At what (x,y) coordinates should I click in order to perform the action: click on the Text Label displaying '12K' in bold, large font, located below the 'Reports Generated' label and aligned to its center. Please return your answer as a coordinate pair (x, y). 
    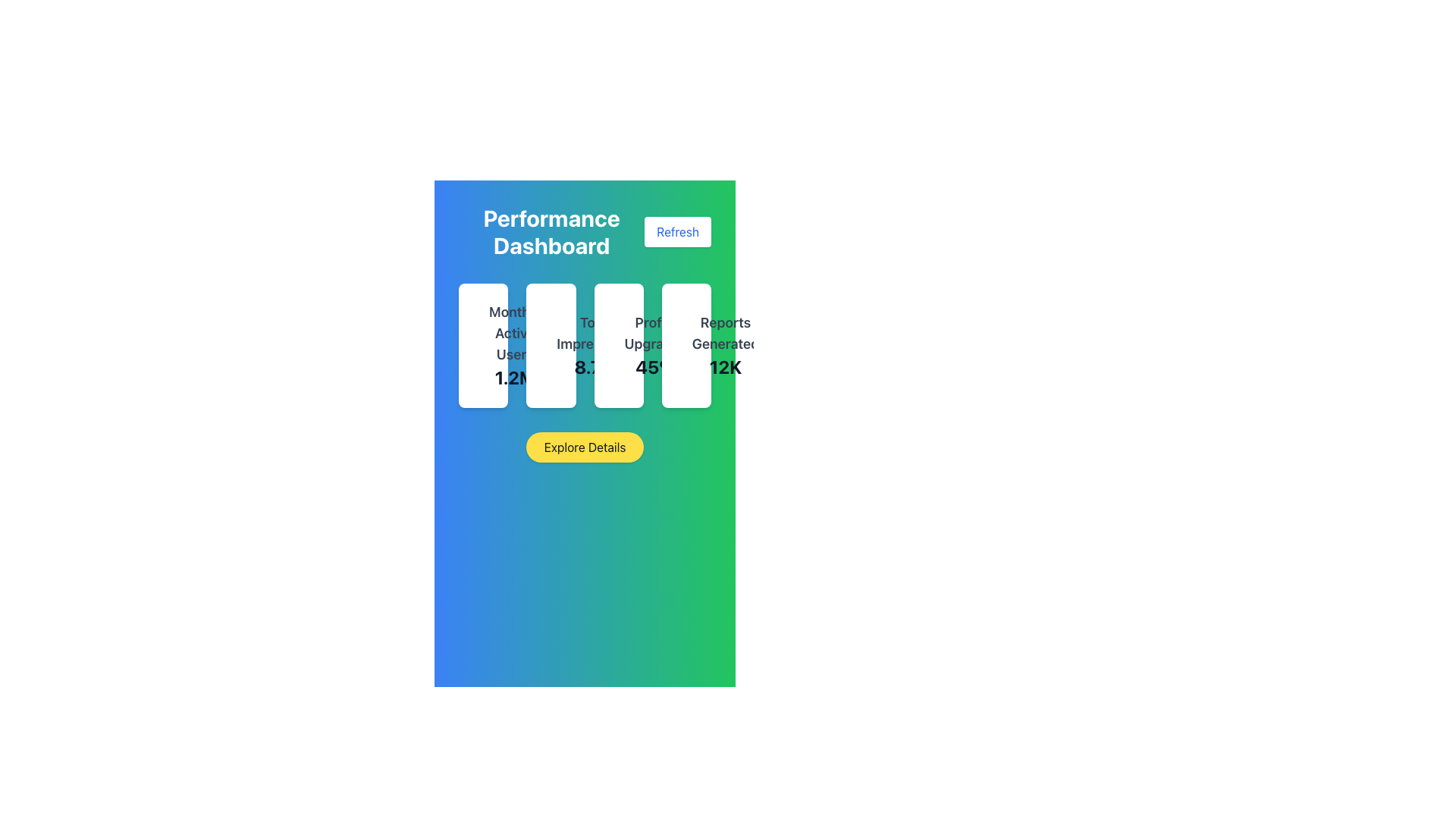
    Looking at the image, I should click on (724, 366).